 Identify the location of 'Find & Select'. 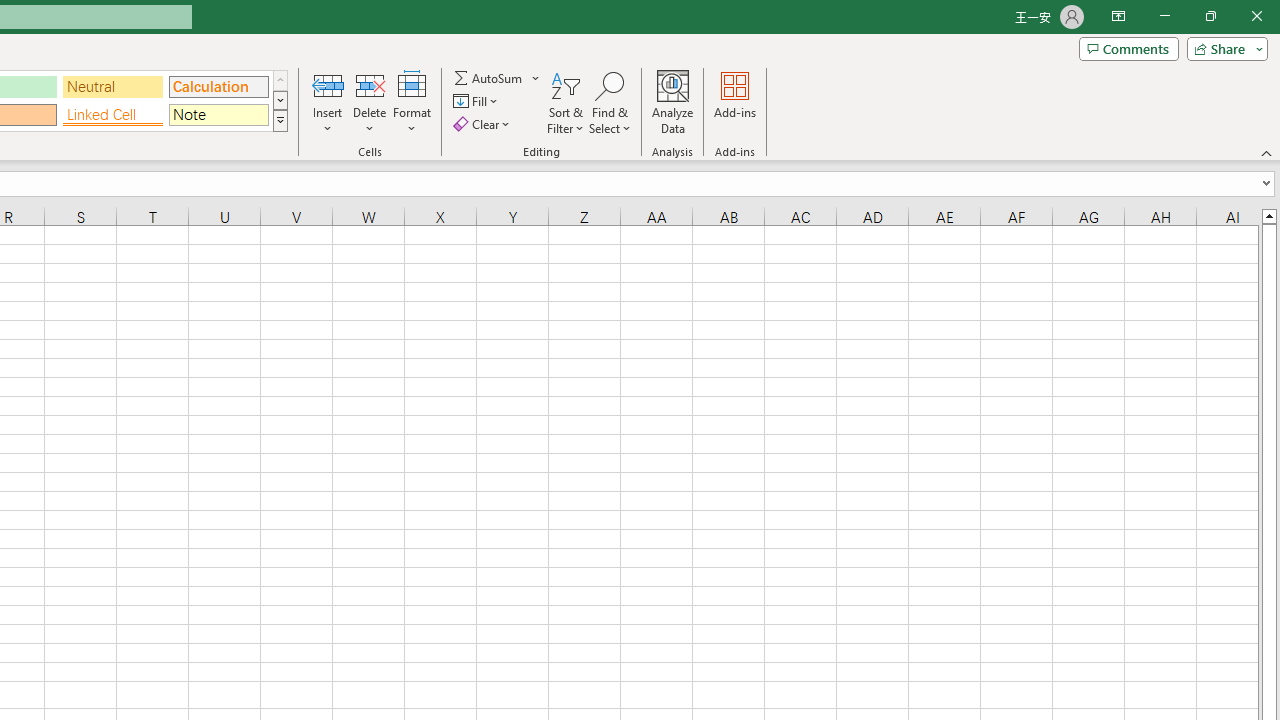
(609, 103).